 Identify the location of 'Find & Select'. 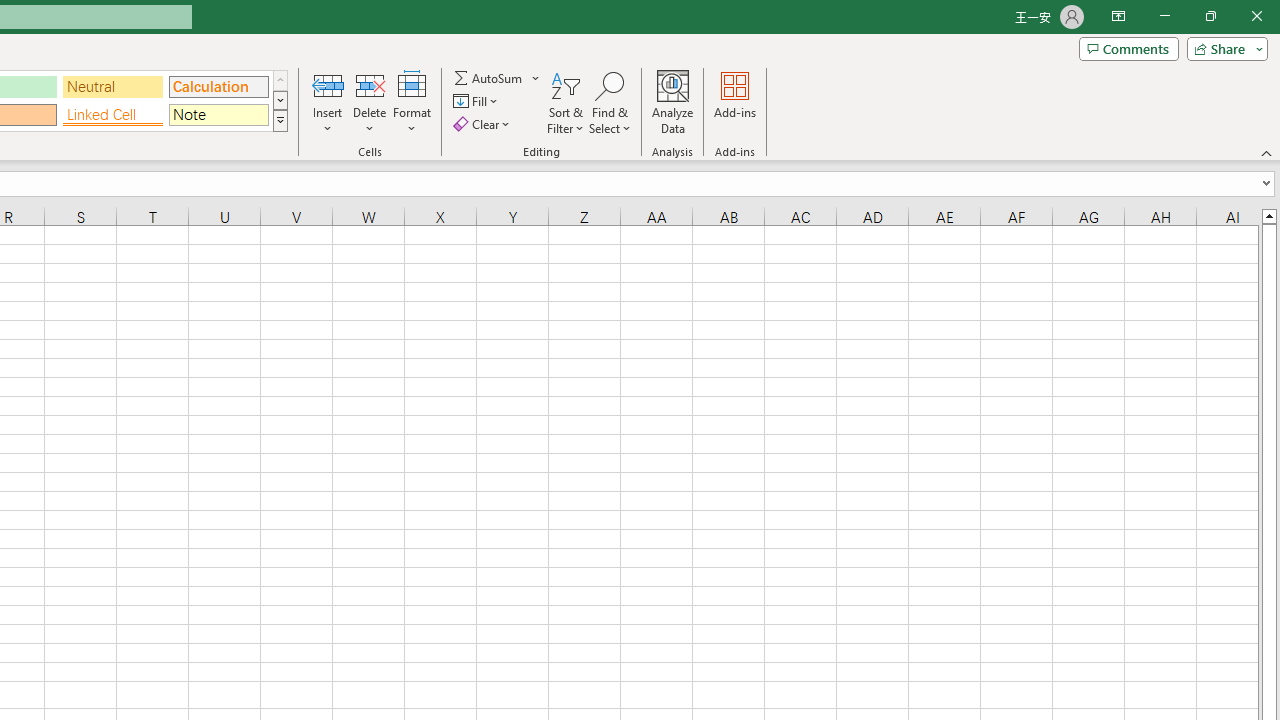
(609, 103).